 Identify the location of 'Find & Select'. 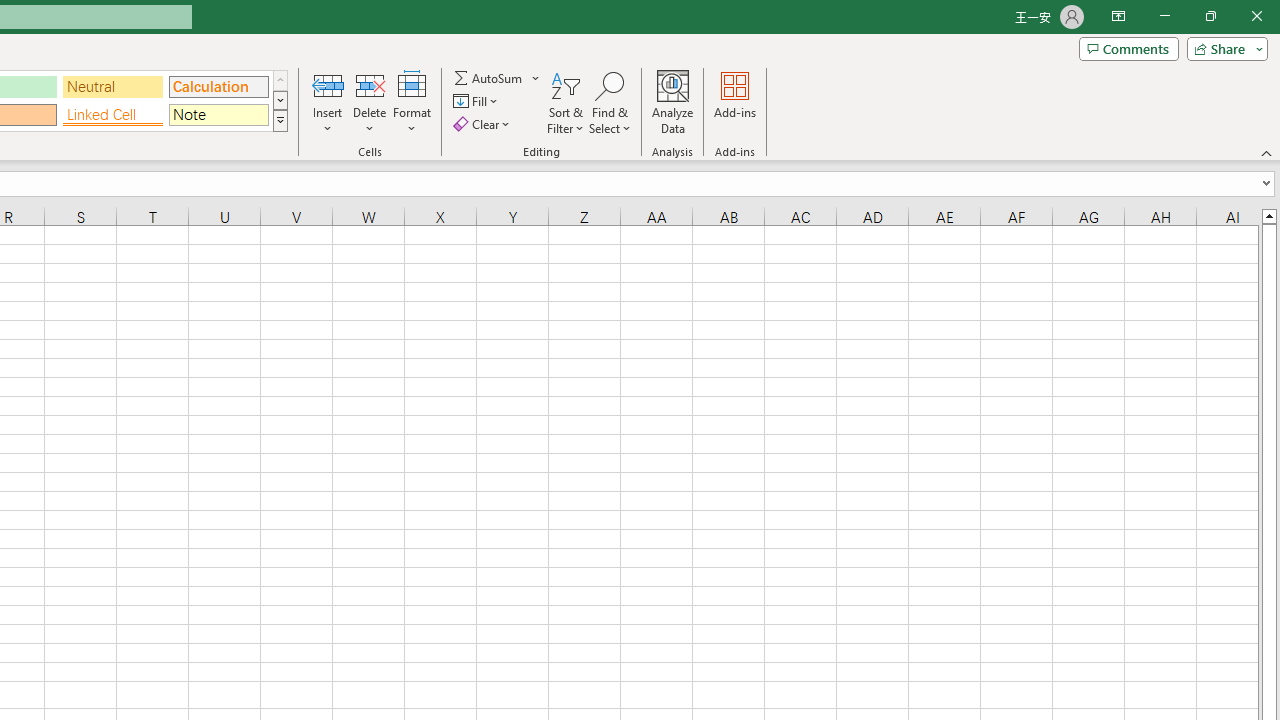
(609, 103).